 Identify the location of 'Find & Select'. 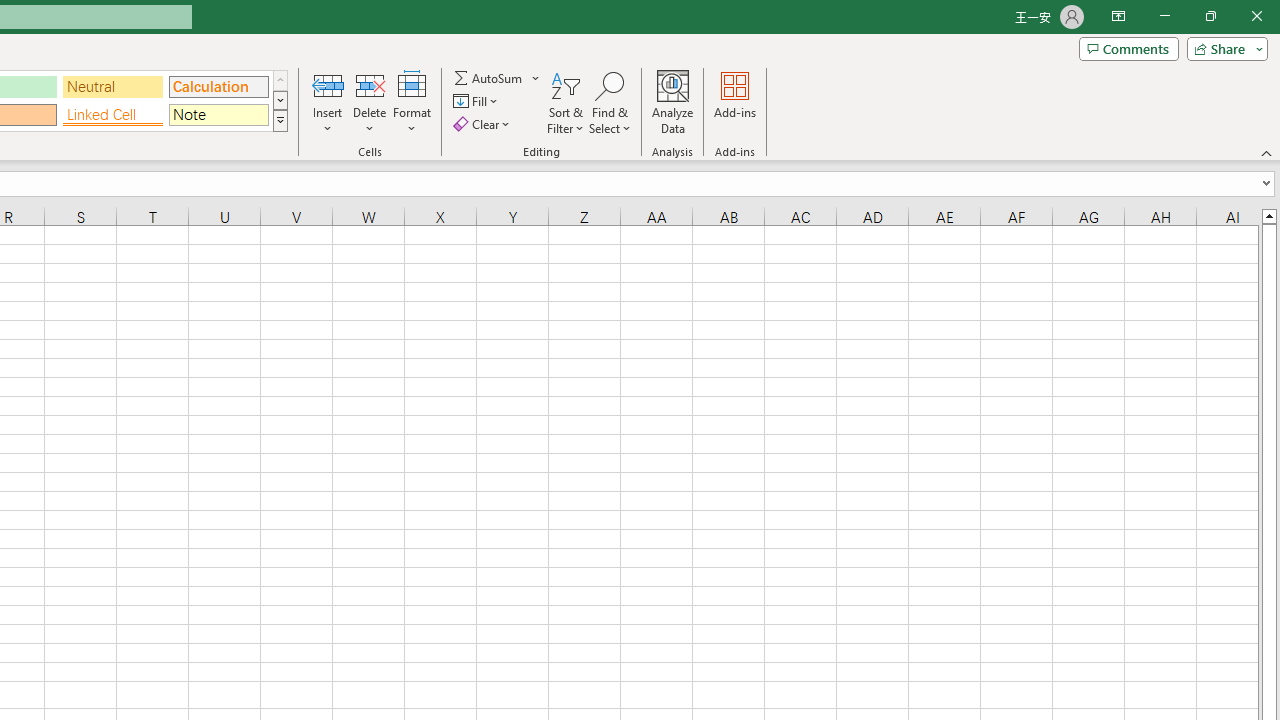
(609, 103).